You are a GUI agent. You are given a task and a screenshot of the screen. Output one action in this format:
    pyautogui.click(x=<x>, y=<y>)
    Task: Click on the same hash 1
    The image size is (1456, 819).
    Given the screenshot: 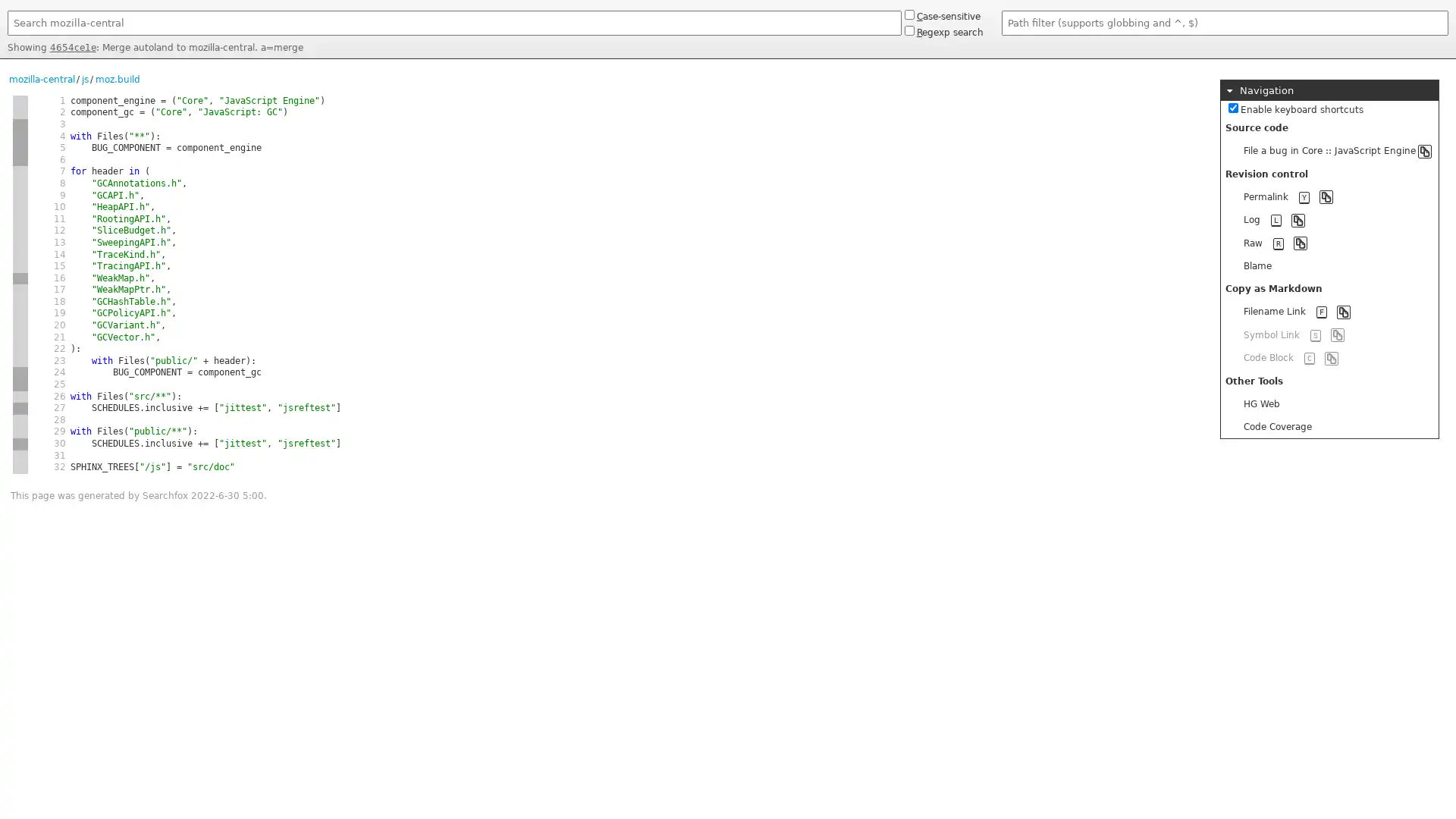 What is the action you would take?
    pyautogui.click(x=20, y=111)
    